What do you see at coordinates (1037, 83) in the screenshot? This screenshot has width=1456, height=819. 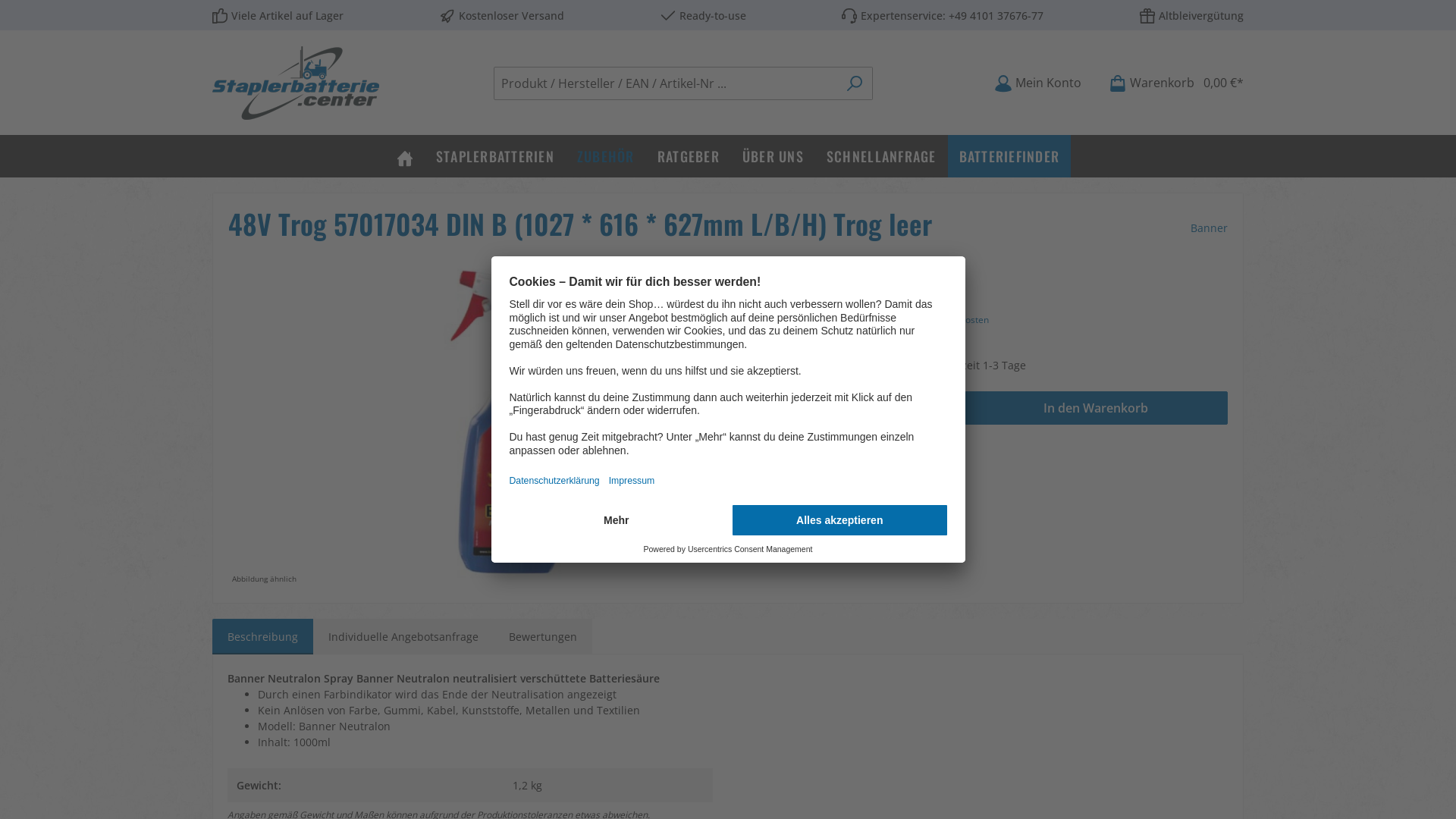 I see `'Mein Konto'` at bounding box center [1037, 83].